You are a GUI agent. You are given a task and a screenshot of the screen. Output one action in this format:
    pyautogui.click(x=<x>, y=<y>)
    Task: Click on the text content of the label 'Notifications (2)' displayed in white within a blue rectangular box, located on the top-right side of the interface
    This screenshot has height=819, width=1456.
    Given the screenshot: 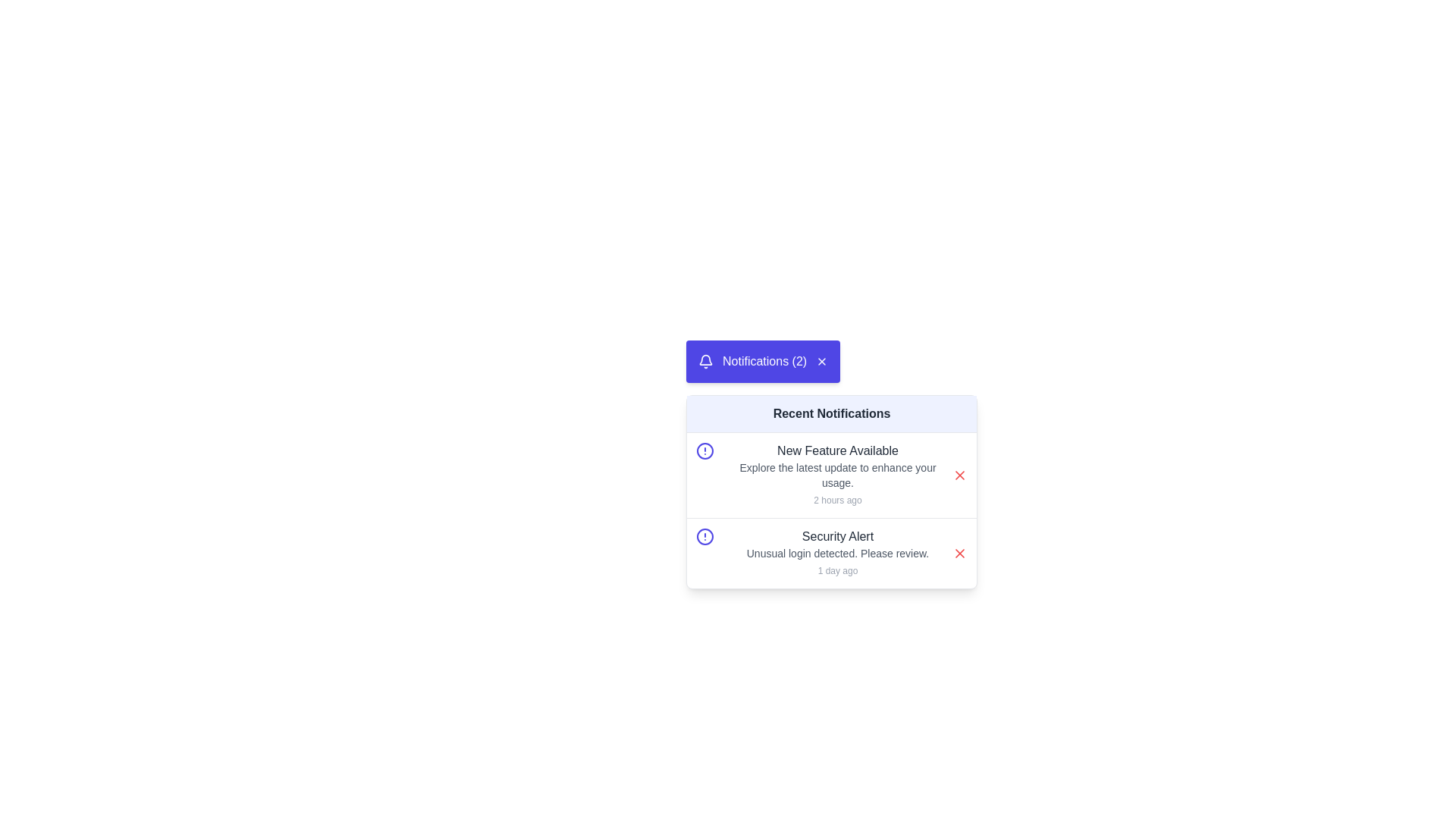 What is the action you would take?
    pyautogui.click(x=764, y=362)
    